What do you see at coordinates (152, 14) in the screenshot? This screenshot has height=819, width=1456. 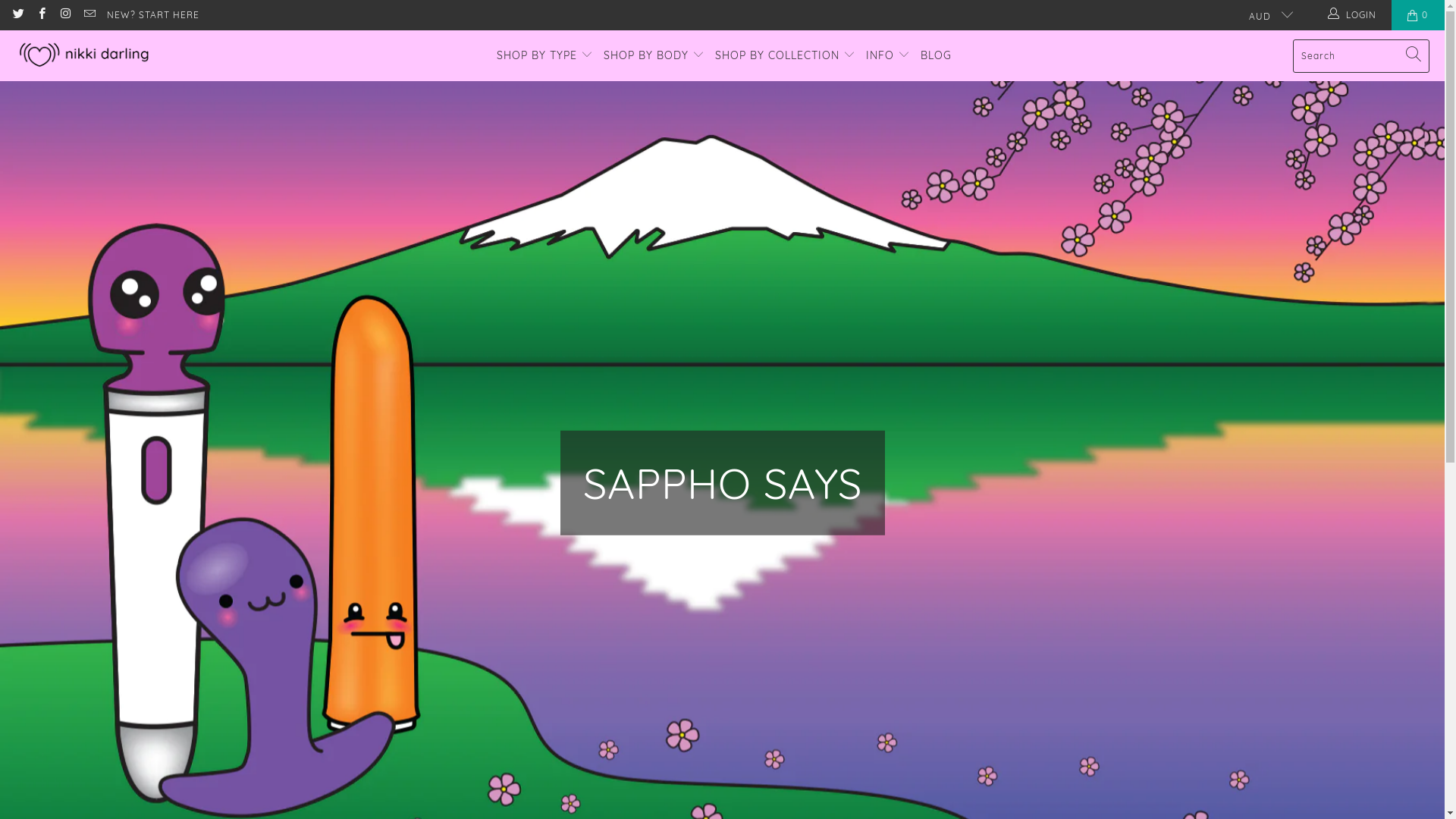 I see `'NEW? START HERE'` at bounding box center [152, 14].